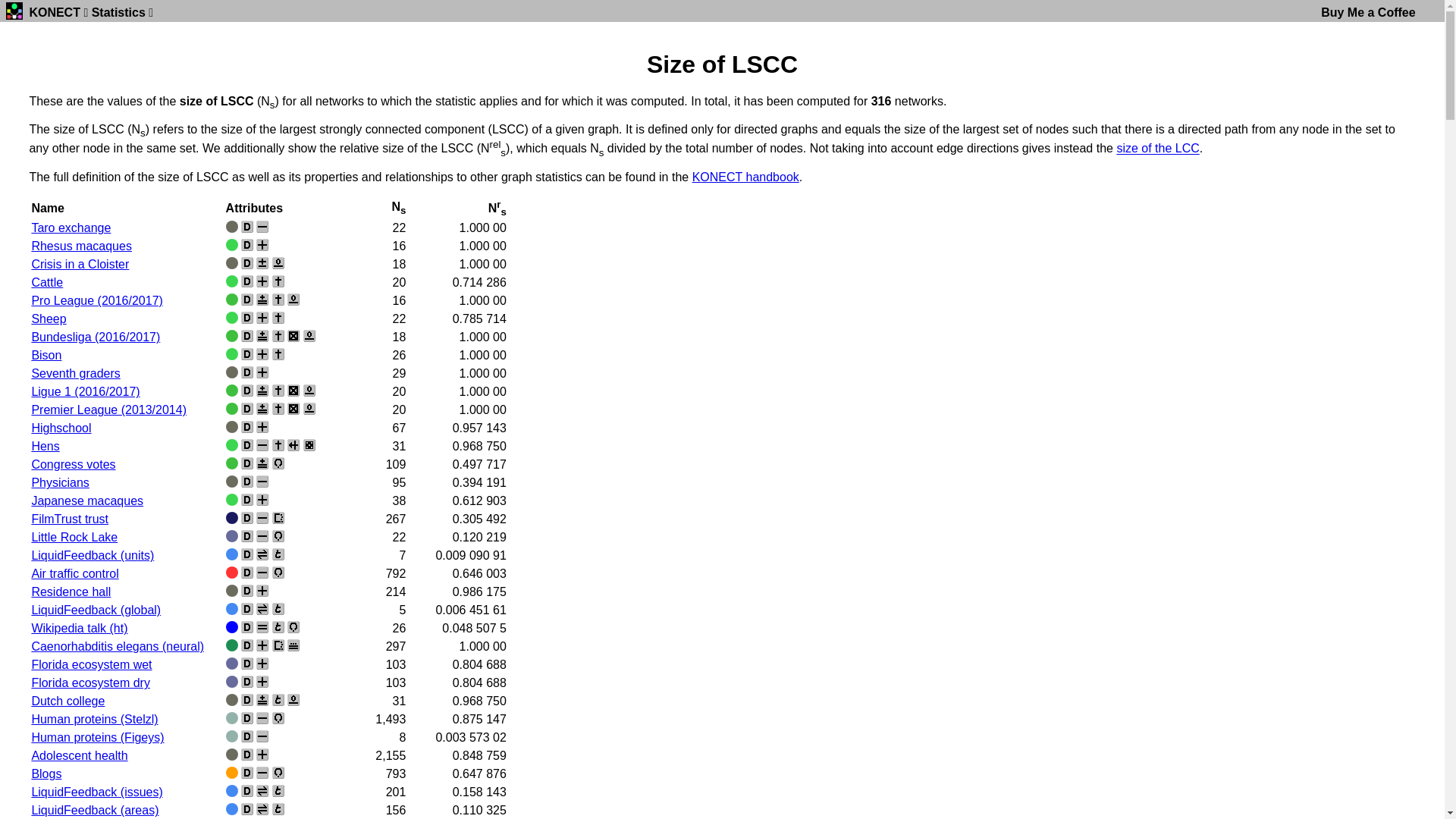  I want to click on 'Human social network', so click(231, 590).